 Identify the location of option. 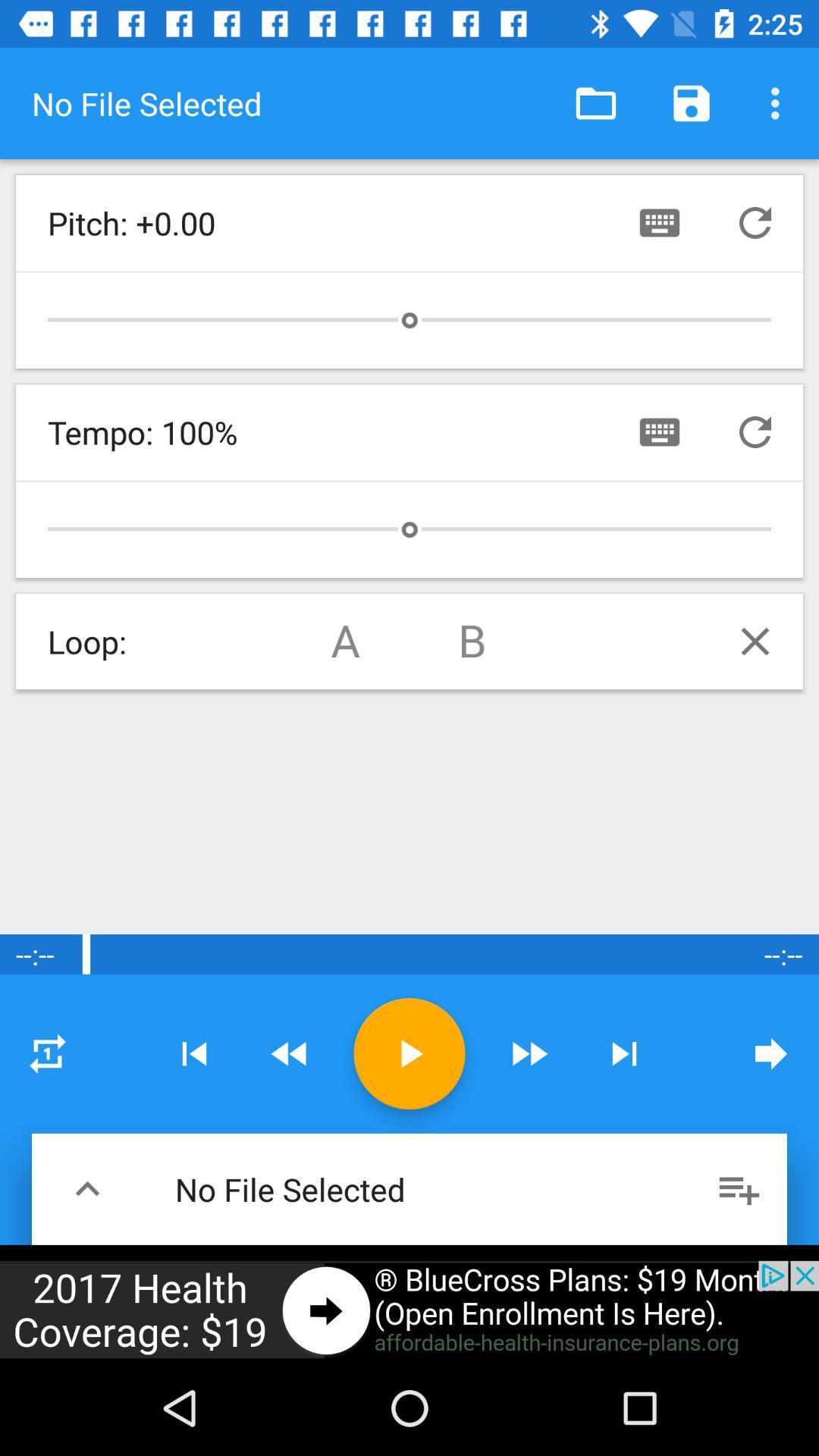
(46, 1053).